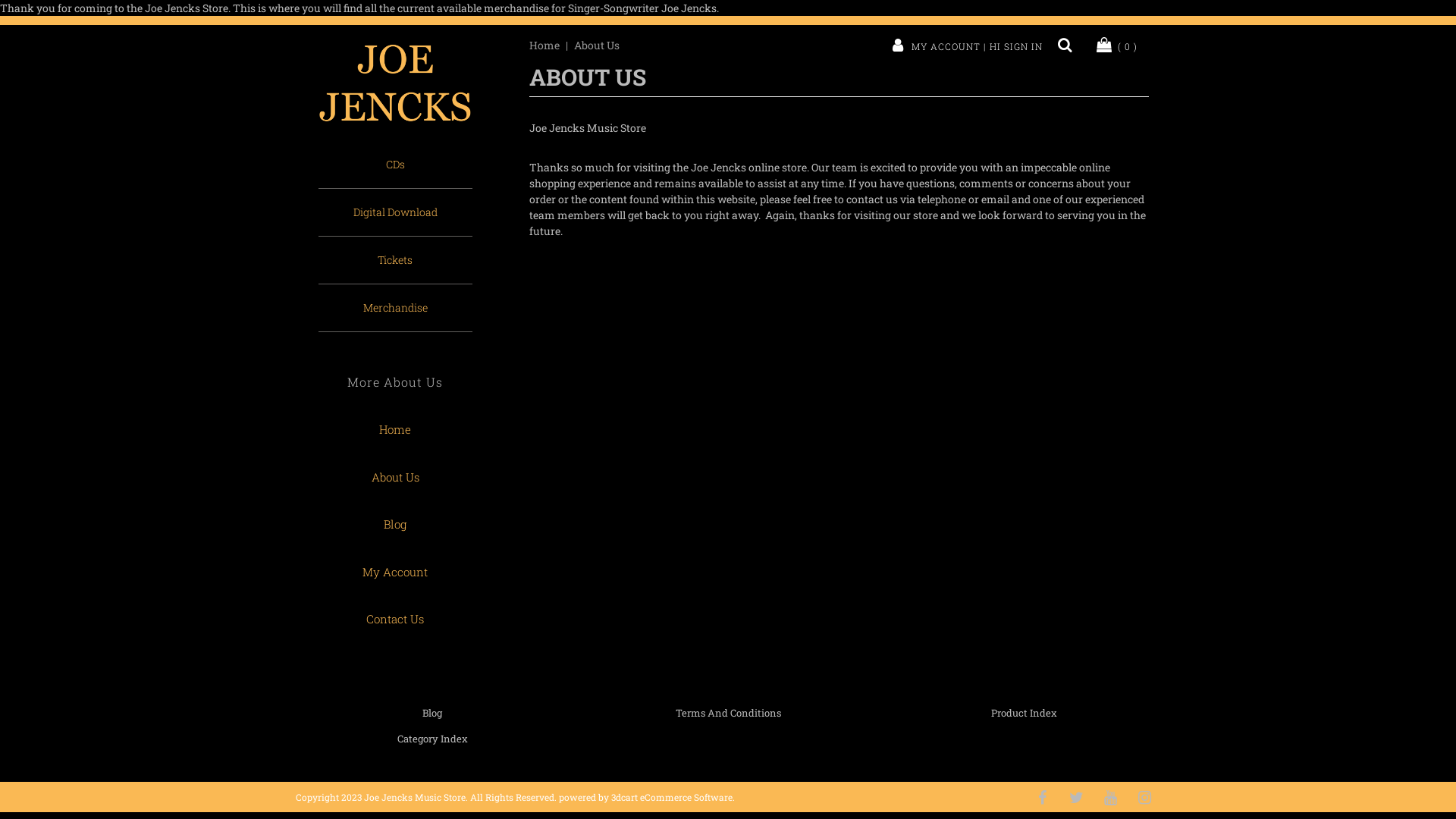 Image resolution: width=1456 pixels, height=819 pixels. I want to click on 'Follow Us on Twitter', so click(1075, 795).